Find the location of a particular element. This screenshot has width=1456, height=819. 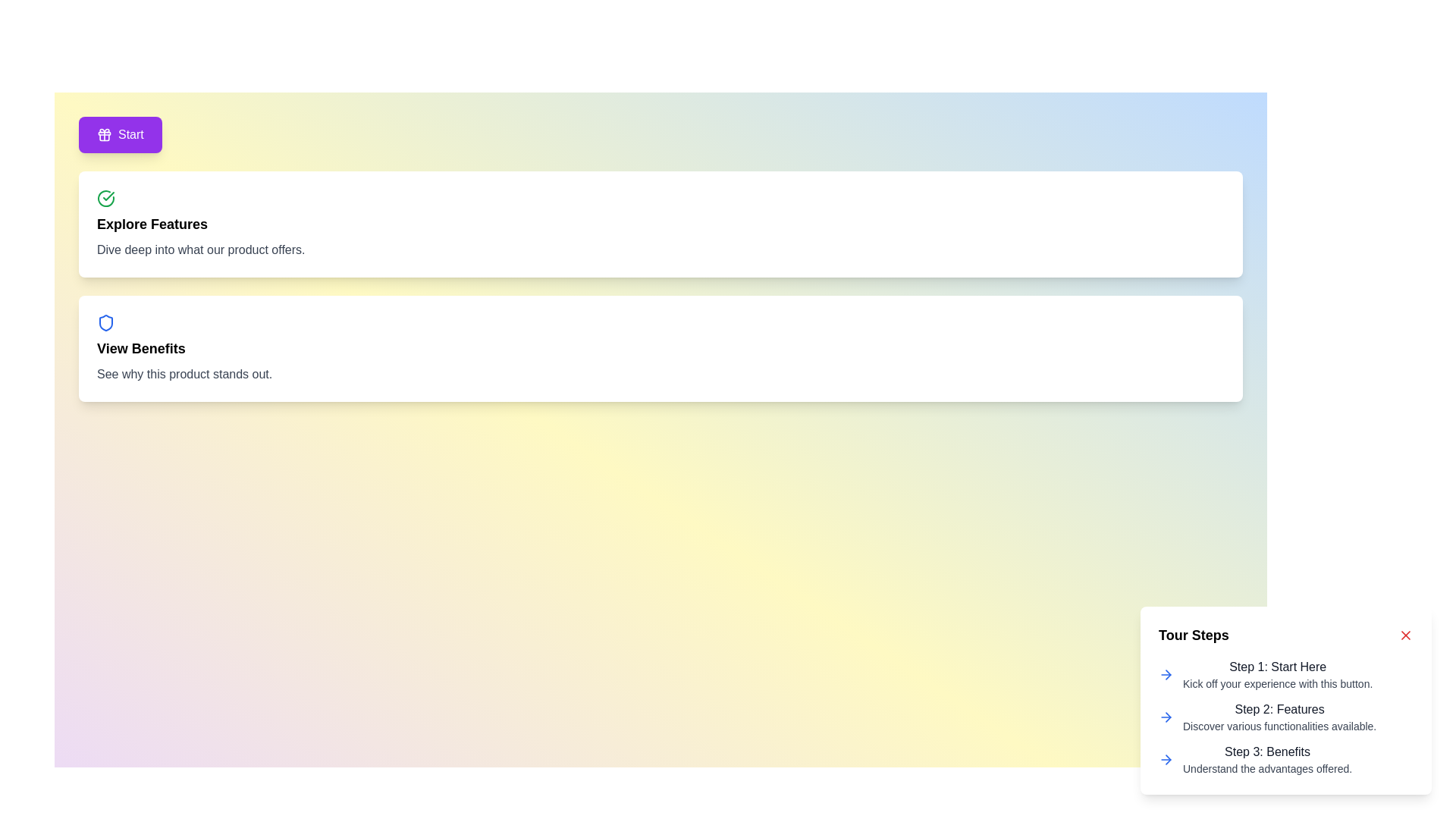

text content of the 'Step 1: Start Here' label, which is styled with medium font weight and dark gray color, located at the top of the 'Tour Steps' section is located at coordinates (1277, 666).